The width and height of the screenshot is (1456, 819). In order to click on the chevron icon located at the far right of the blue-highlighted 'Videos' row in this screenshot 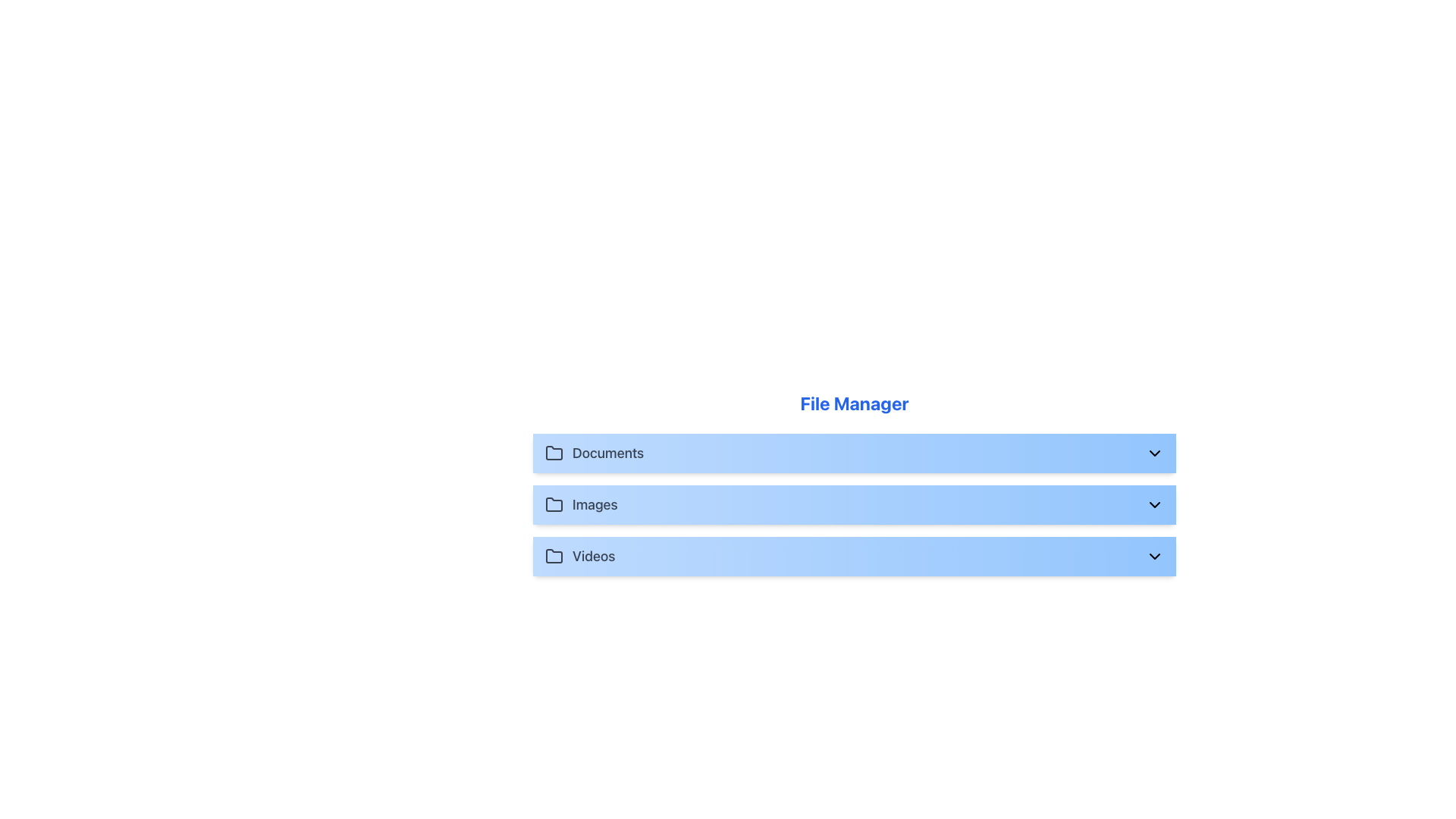, I will do `click(1153, 556)`.